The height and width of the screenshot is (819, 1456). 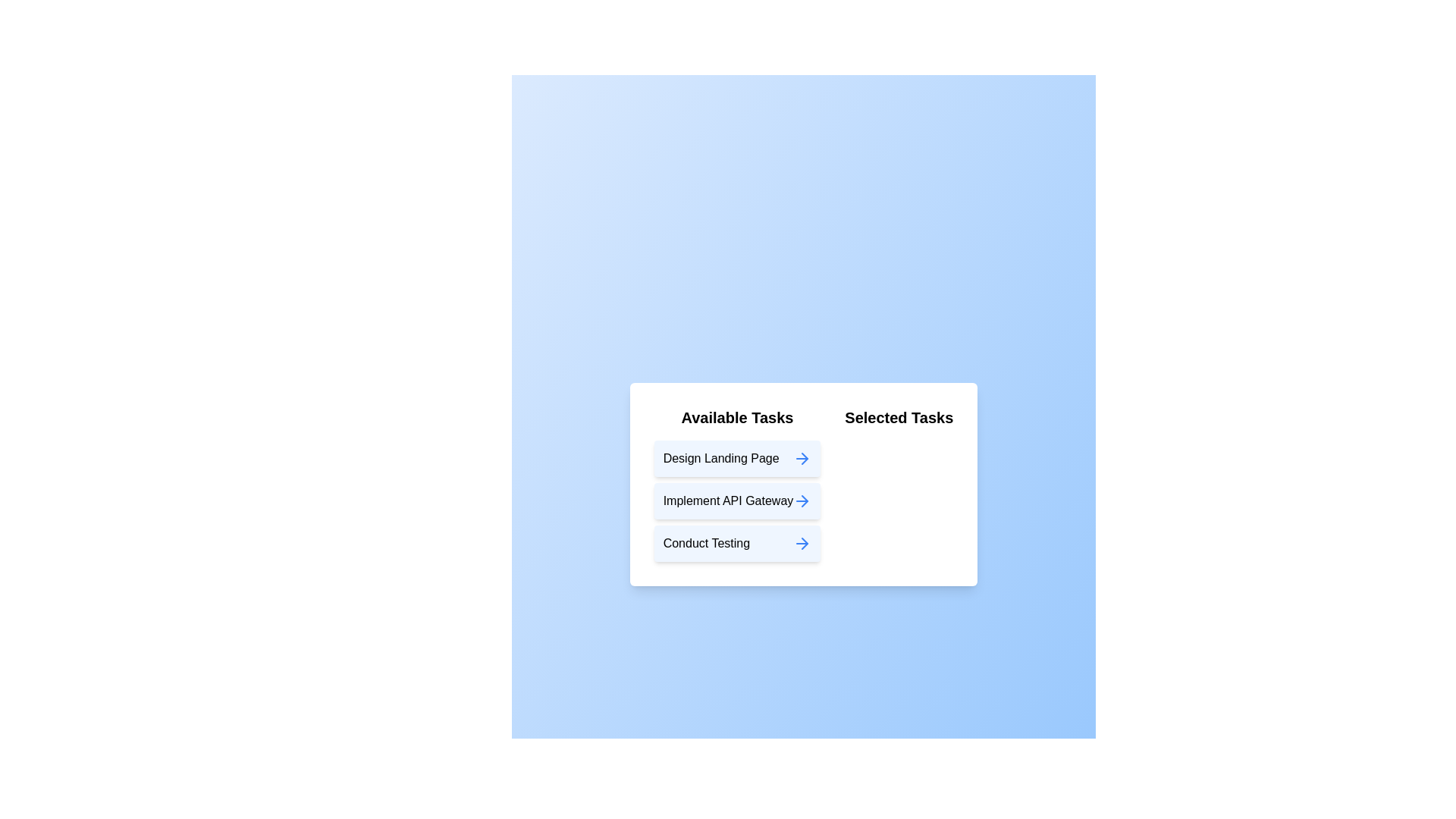 What do you see at coordinates (737, 458) in the screenshot?
I see `the task item labeled 'Design Landing Page' in the 'Available Tasks' list to move it to the 'Selected Tasks' list` at bounding box center [737, 458].